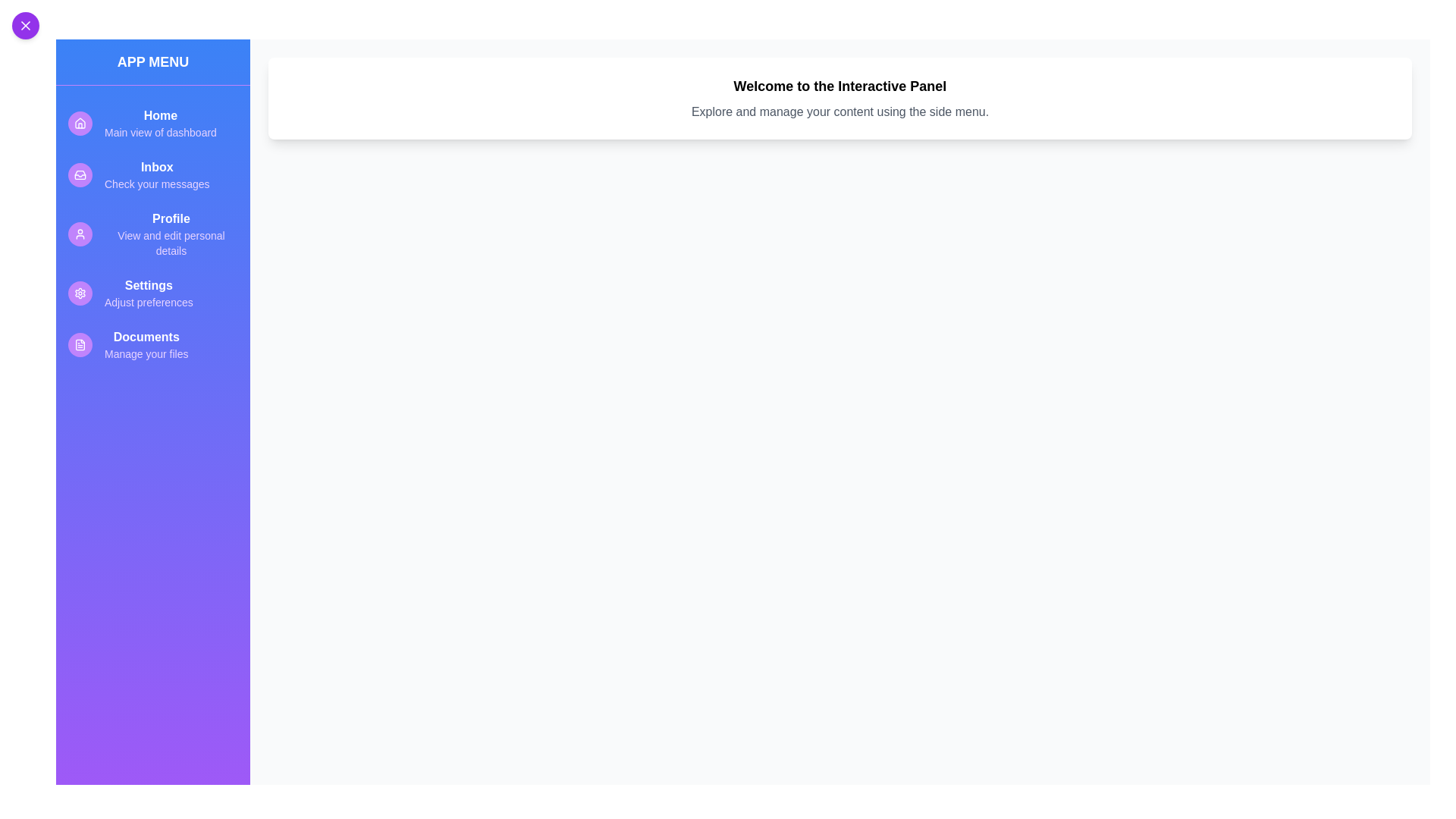 The height and width of the screenshot is (819, 1456). Describe the element at coordinates (152, 174) in the screenshot. I see `the menu item corresponding to Inbox` at that location.